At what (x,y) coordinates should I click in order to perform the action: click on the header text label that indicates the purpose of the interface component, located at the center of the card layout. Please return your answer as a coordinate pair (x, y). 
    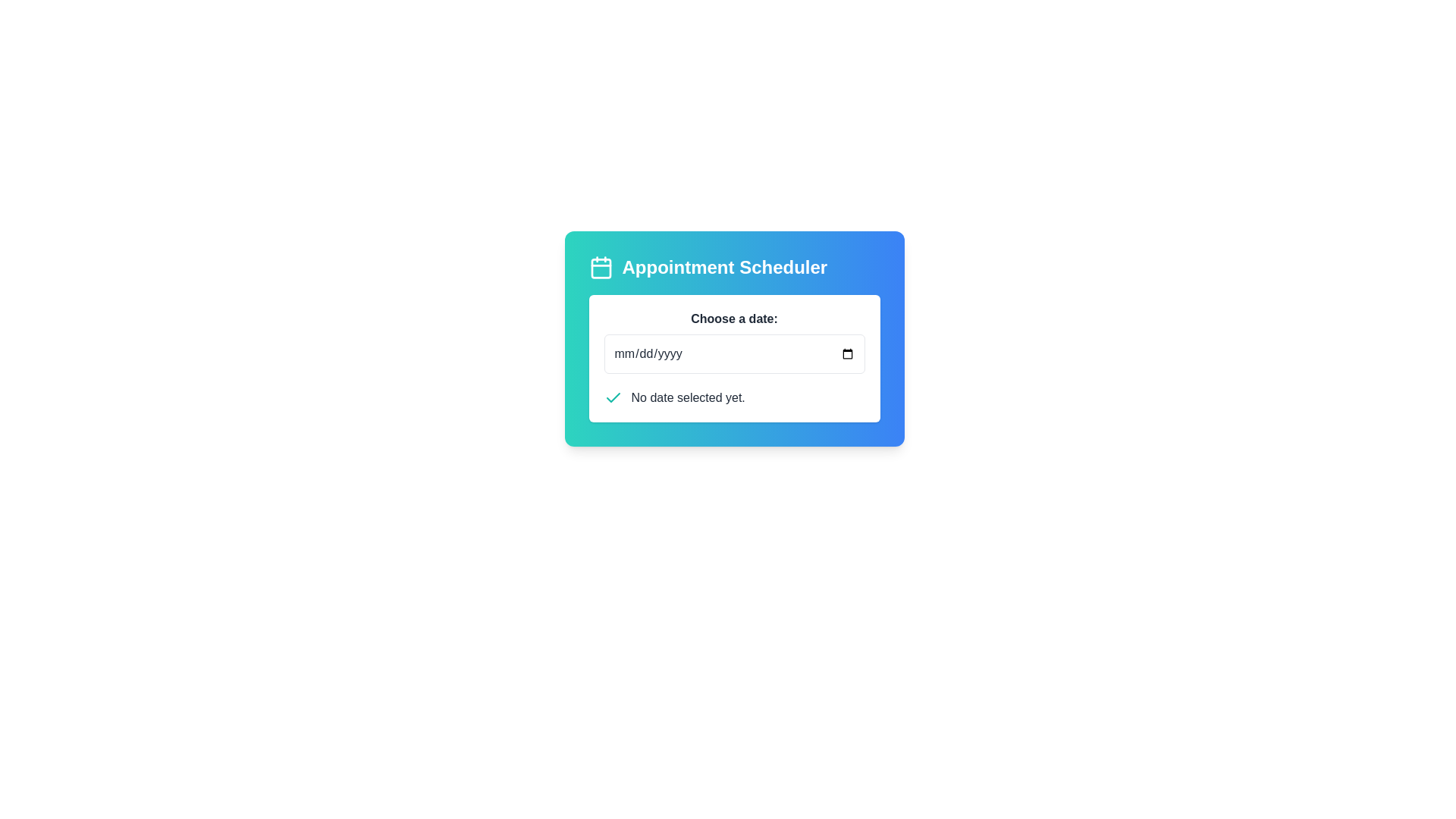
    Looking at the image, I should click on (723, 267).